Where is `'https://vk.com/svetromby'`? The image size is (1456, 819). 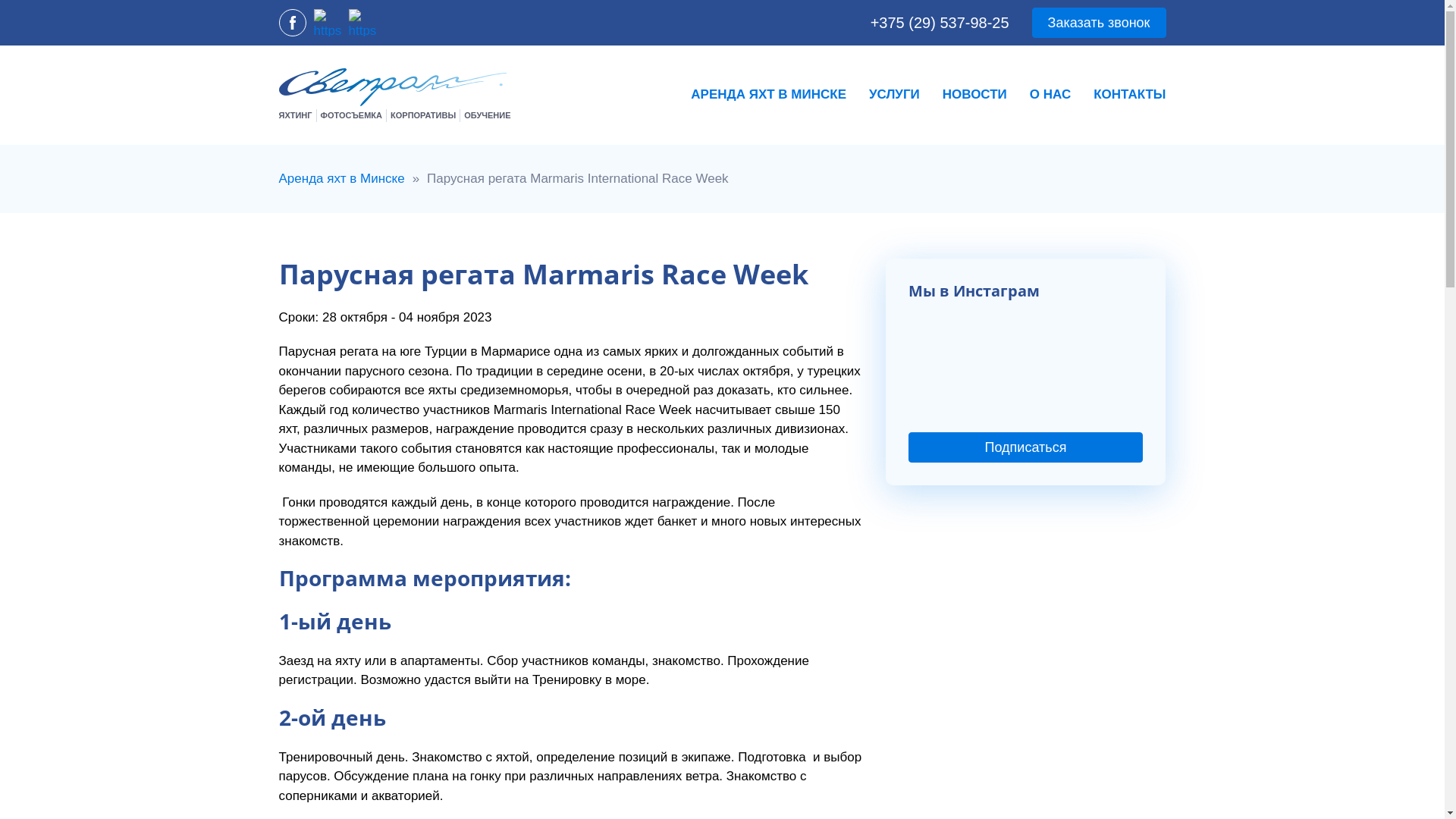
'https://vk.com/svetromby' is located at coordinates (362, 23).